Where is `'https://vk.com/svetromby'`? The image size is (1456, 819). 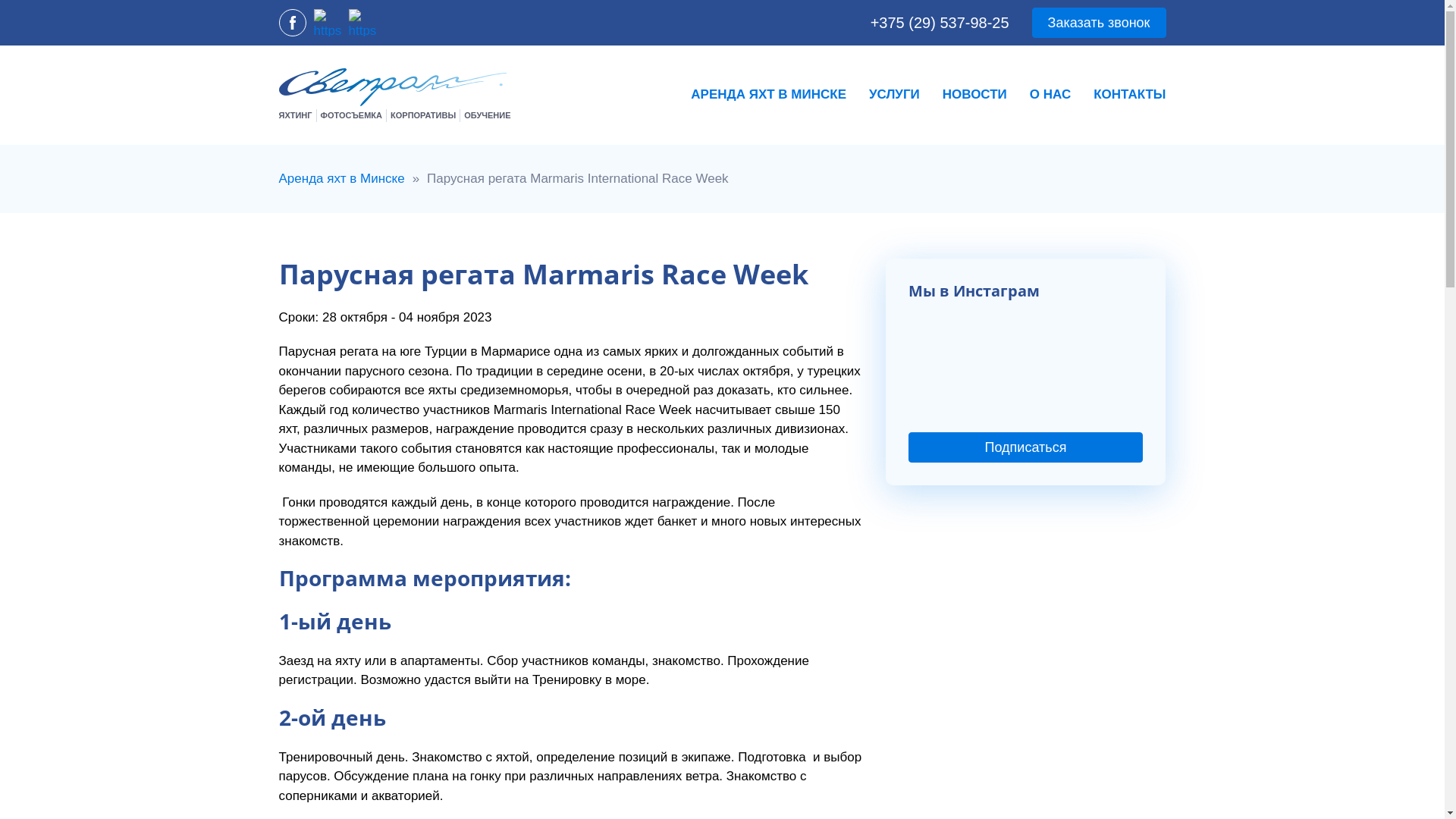
'https://vk.com/svetromby' is located at coordinates (362, 23).